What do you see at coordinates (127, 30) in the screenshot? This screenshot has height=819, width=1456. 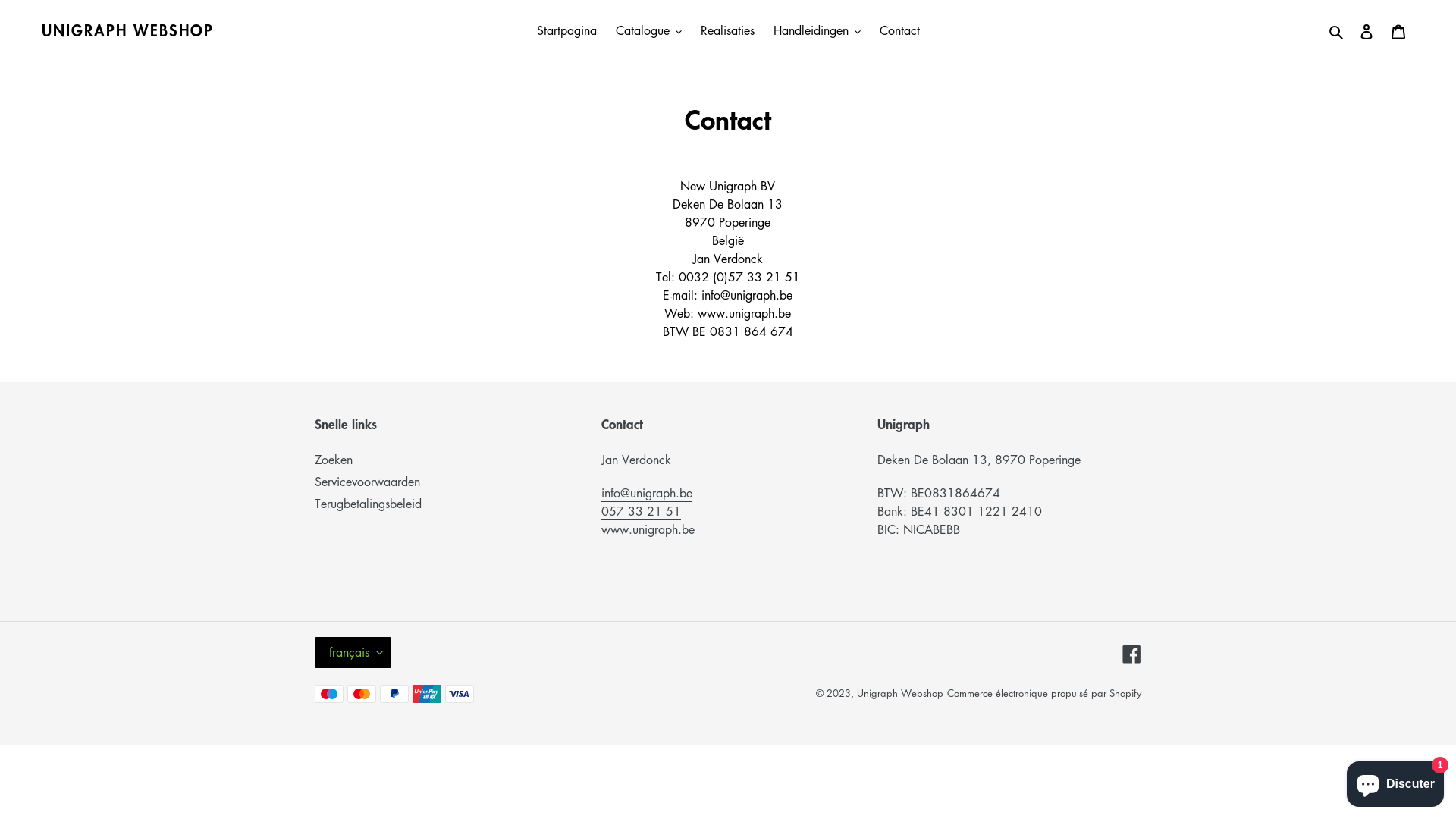 I see `'UNIGRAPH WEBSHOP'` at bounding box center [127, 30].